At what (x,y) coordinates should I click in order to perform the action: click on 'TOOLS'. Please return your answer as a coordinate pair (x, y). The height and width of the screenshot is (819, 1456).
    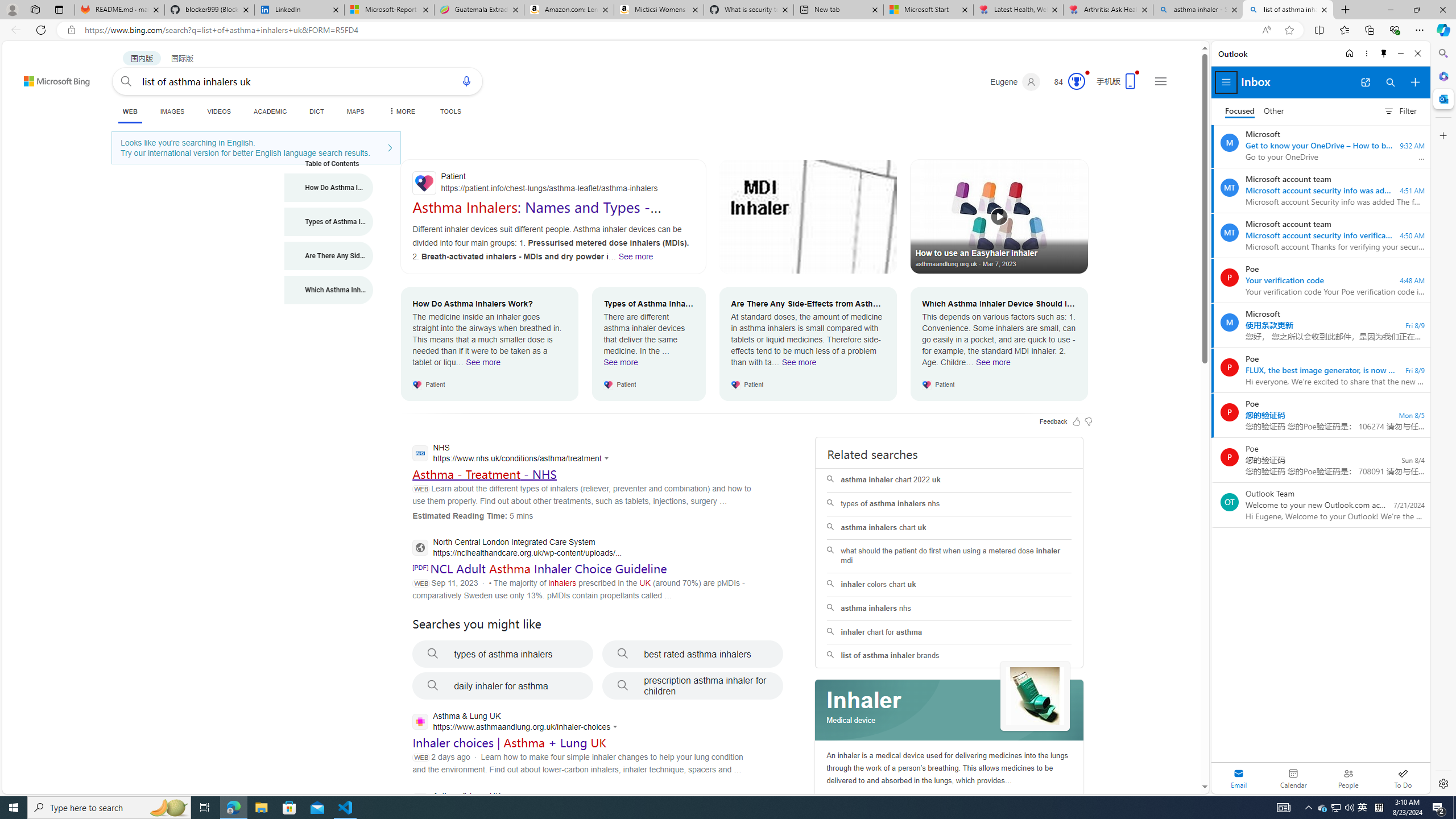
    Looking at the image, I should click on (450, 111).